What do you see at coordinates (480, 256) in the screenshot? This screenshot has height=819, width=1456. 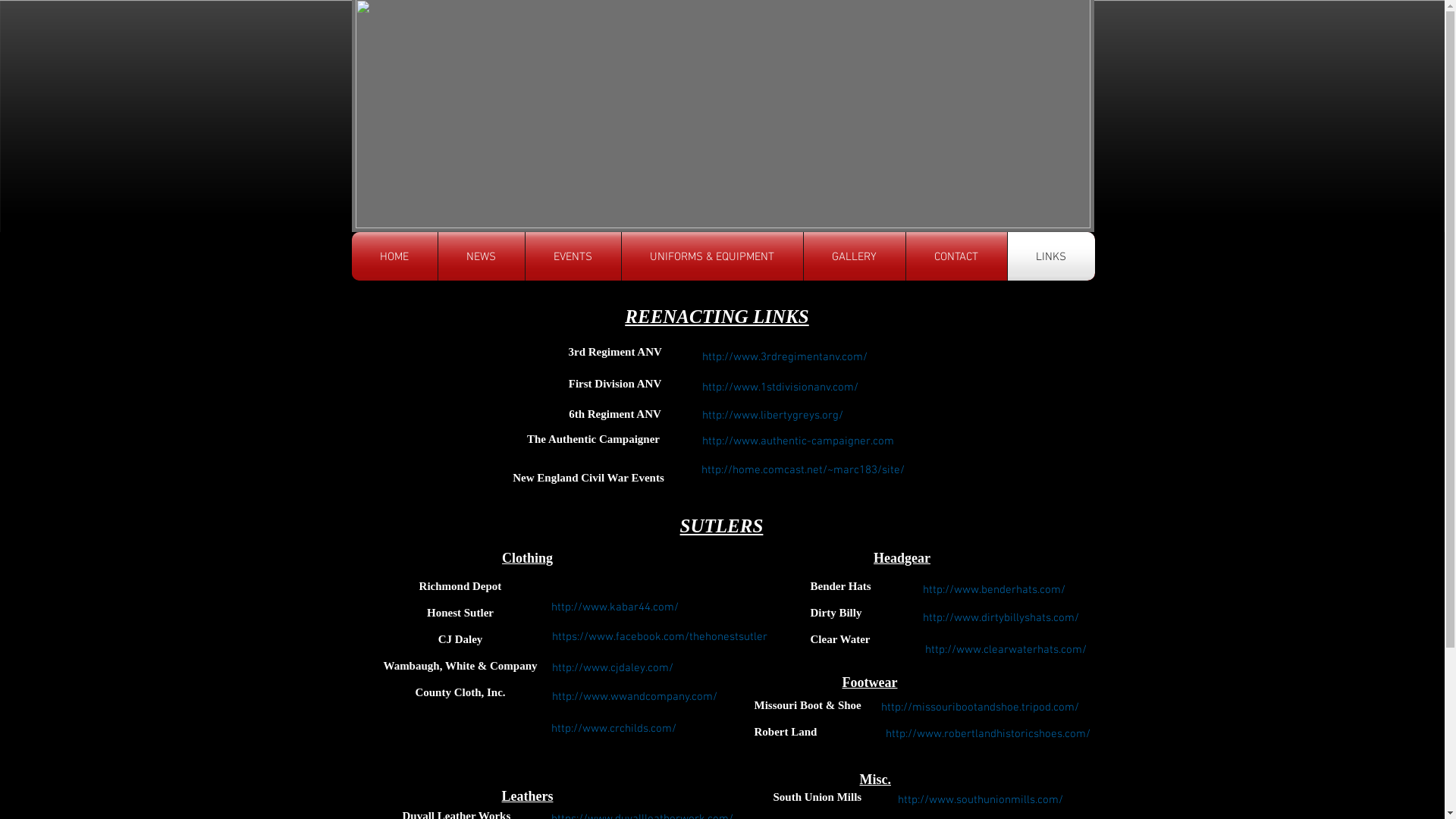 I see `'NEWS'` at bounding box center [480, 256].